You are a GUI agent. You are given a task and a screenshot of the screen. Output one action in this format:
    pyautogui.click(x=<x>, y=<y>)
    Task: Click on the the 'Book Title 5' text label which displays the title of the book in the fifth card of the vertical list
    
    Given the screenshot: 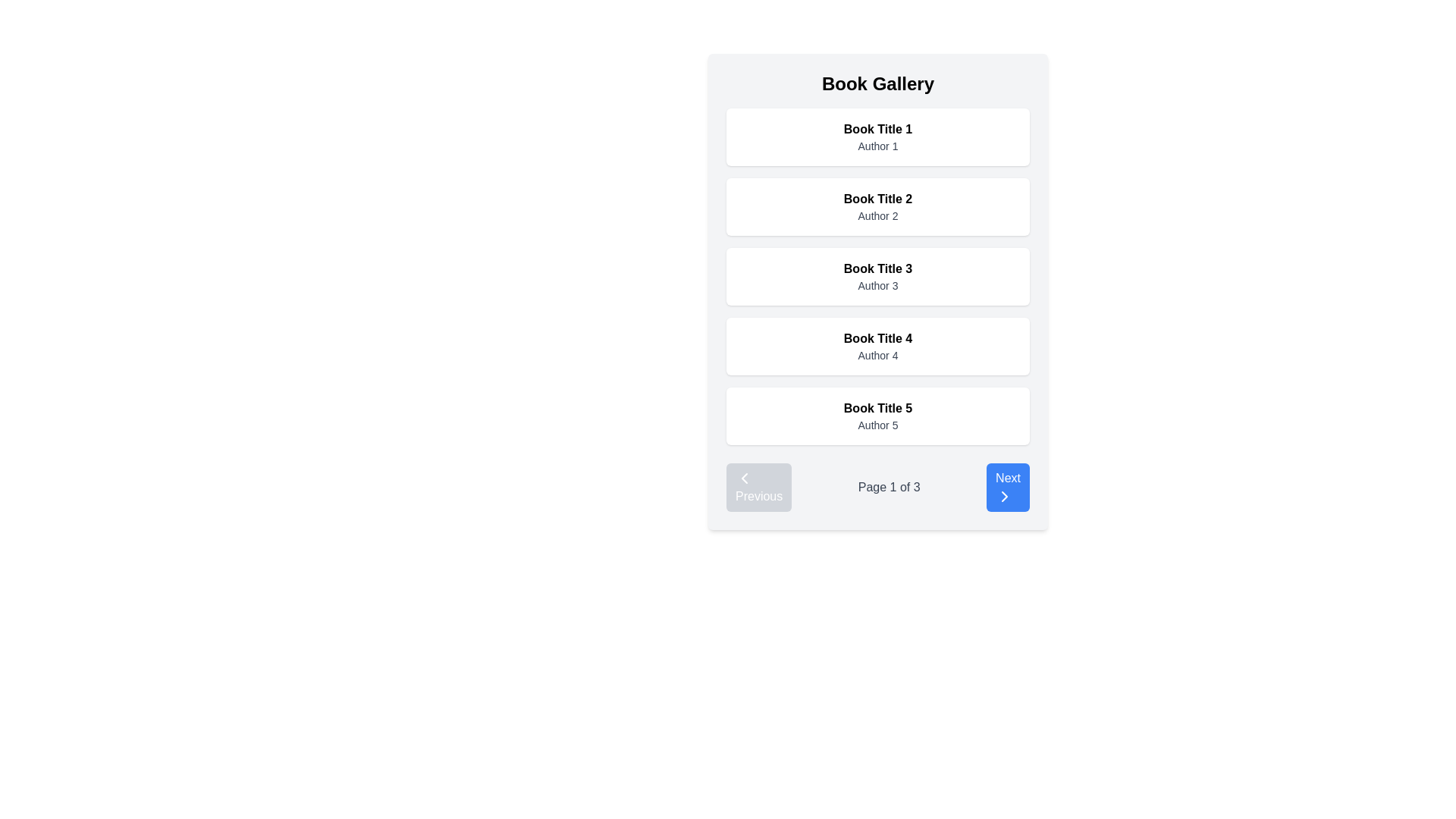 What is the action you would take?
    pyautogui.click(x=877, y=408)
    